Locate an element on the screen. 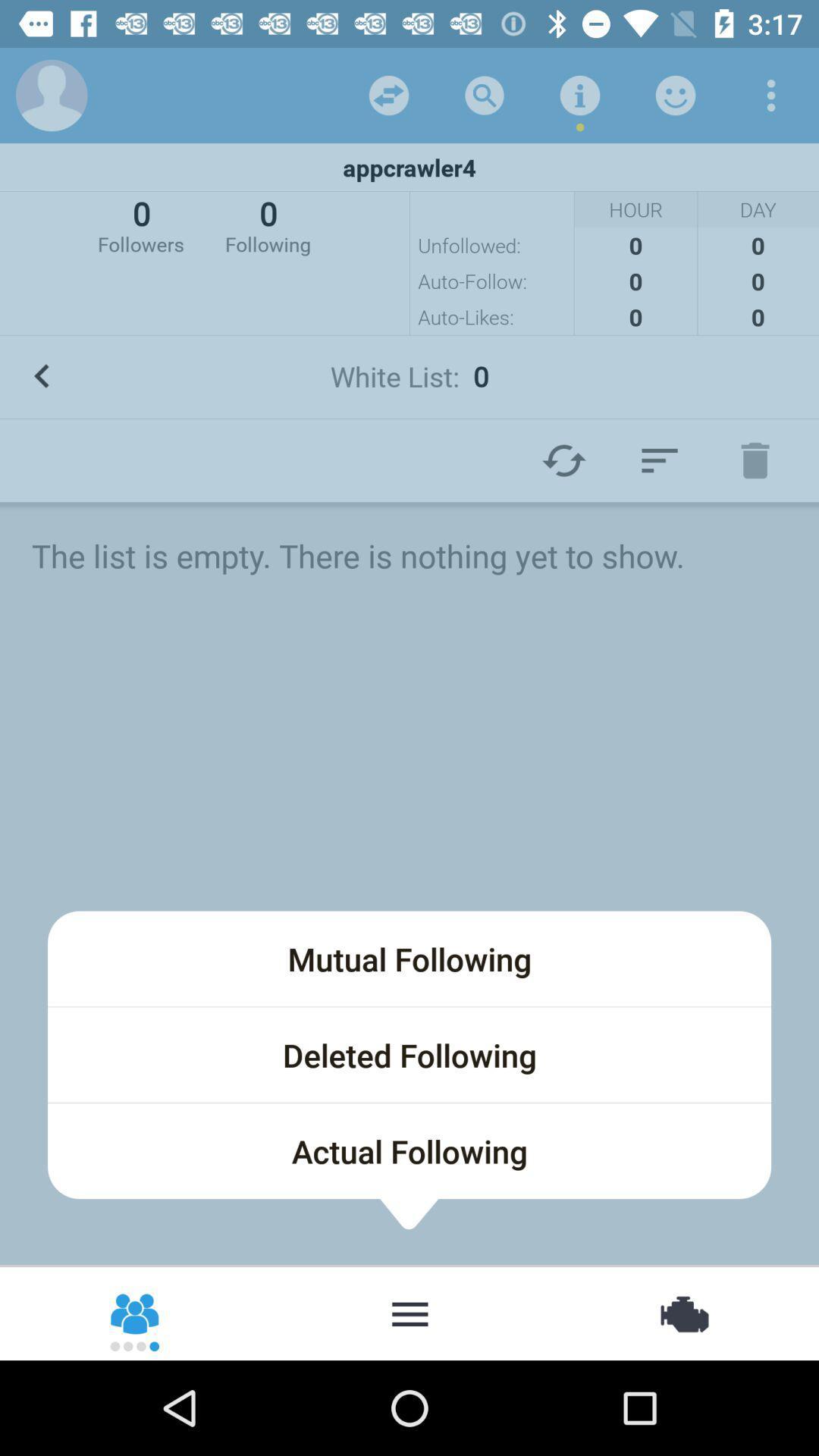 Image resolution: width=819 pixels, height=1456 pixels. friends is located at coordinates (135, 1312).